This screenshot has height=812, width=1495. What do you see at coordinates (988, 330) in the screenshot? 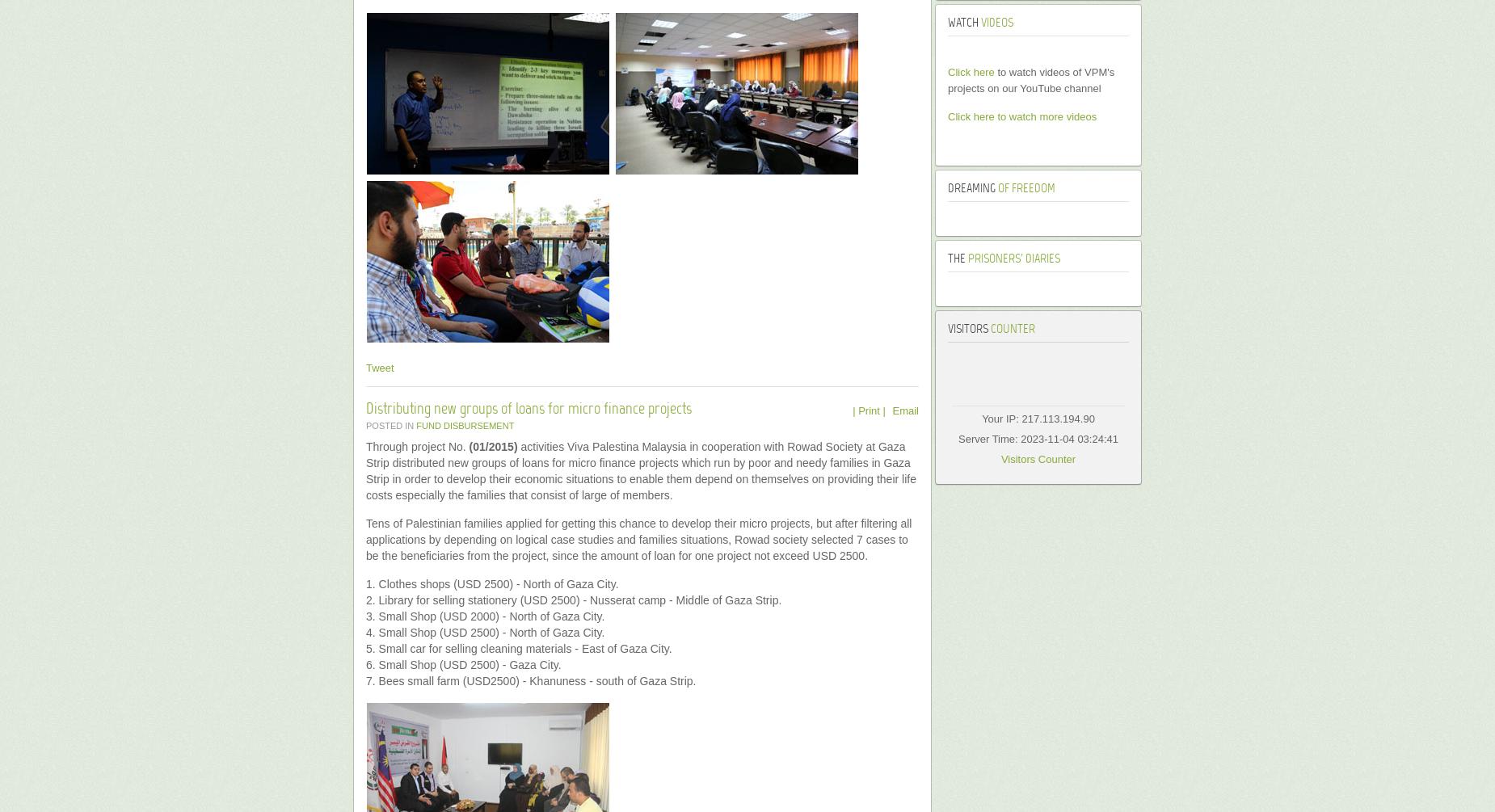
I see `'Counter'` at bounding box center [988, 330].